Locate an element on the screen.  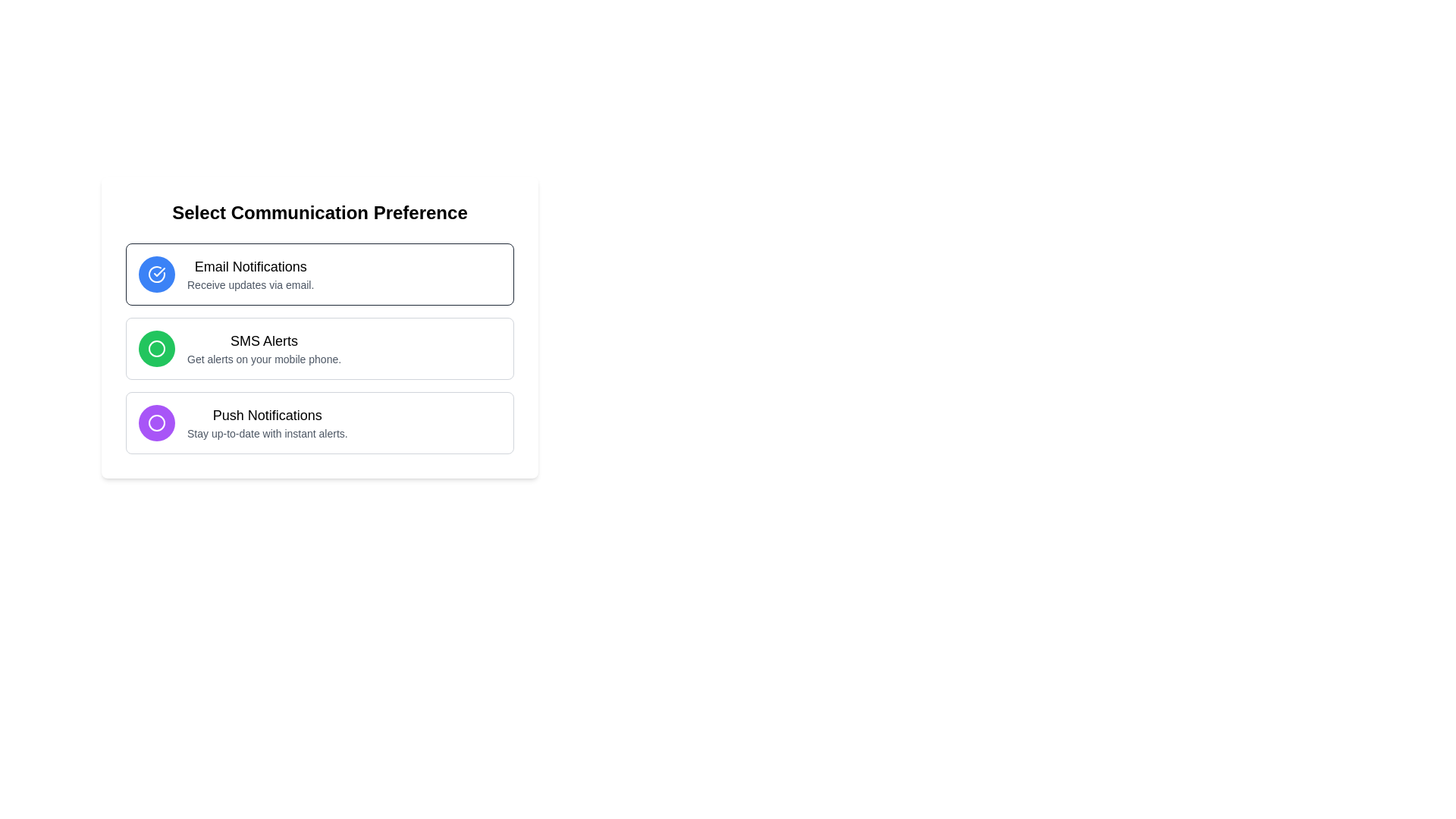
the informational element titled 'Push Notifications' which includes a bold title and a descriptive subtitle, positioned as the third item in a vertical list of options is located at coordinates (267, 423).